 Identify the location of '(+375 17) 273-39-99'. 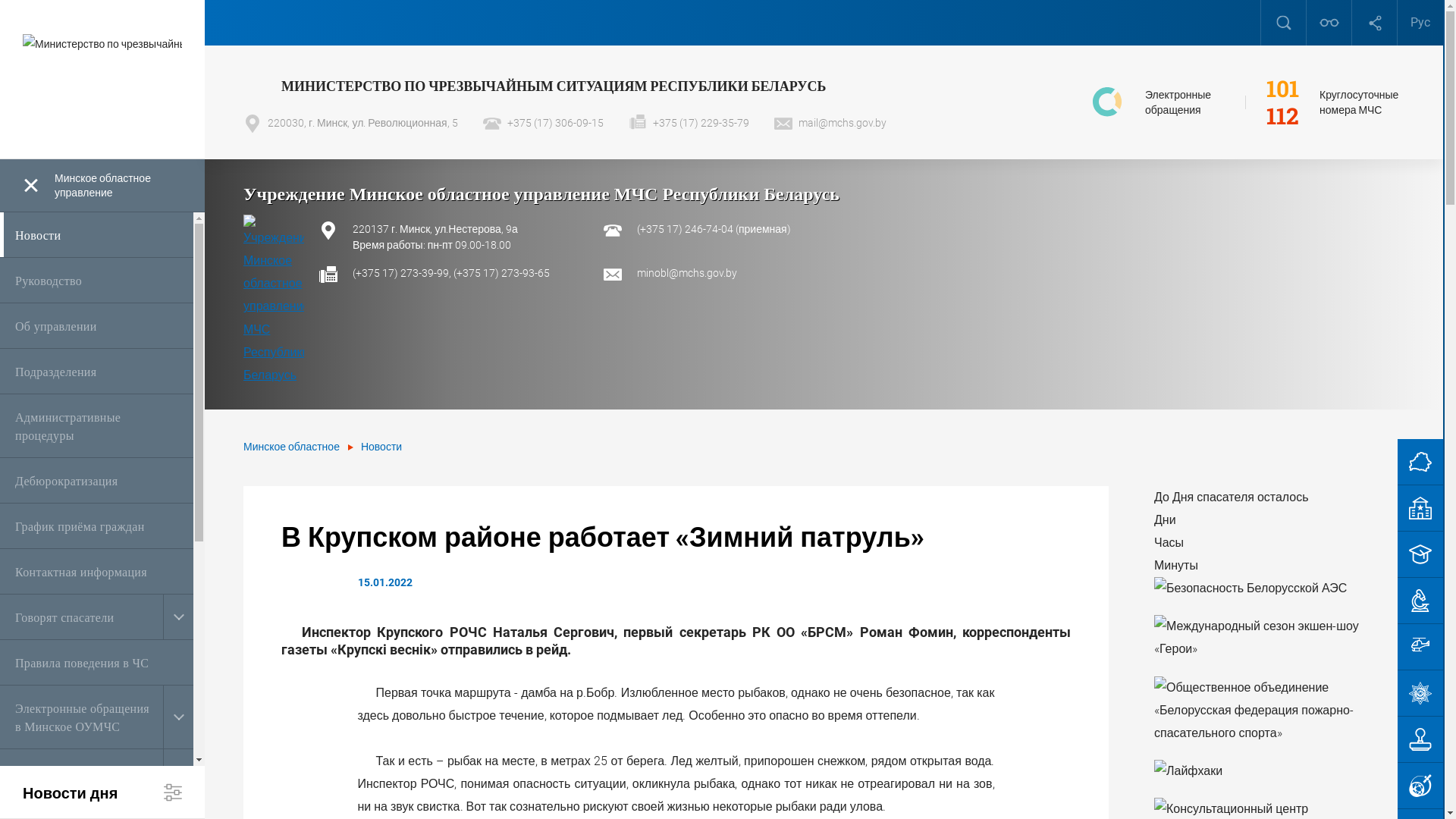
(400, 271).